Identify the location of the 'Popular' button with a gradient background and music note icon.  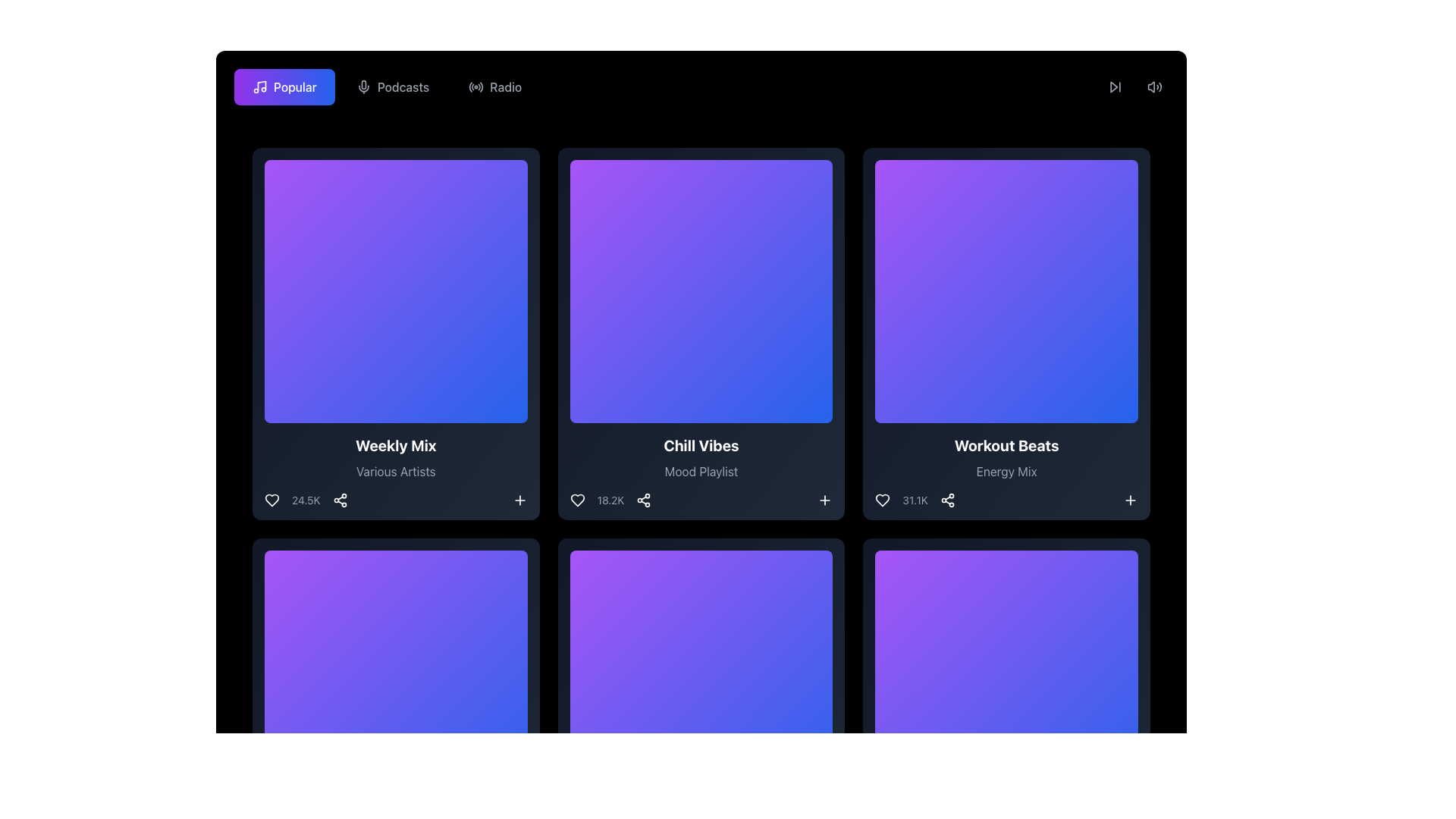
(284, 87).